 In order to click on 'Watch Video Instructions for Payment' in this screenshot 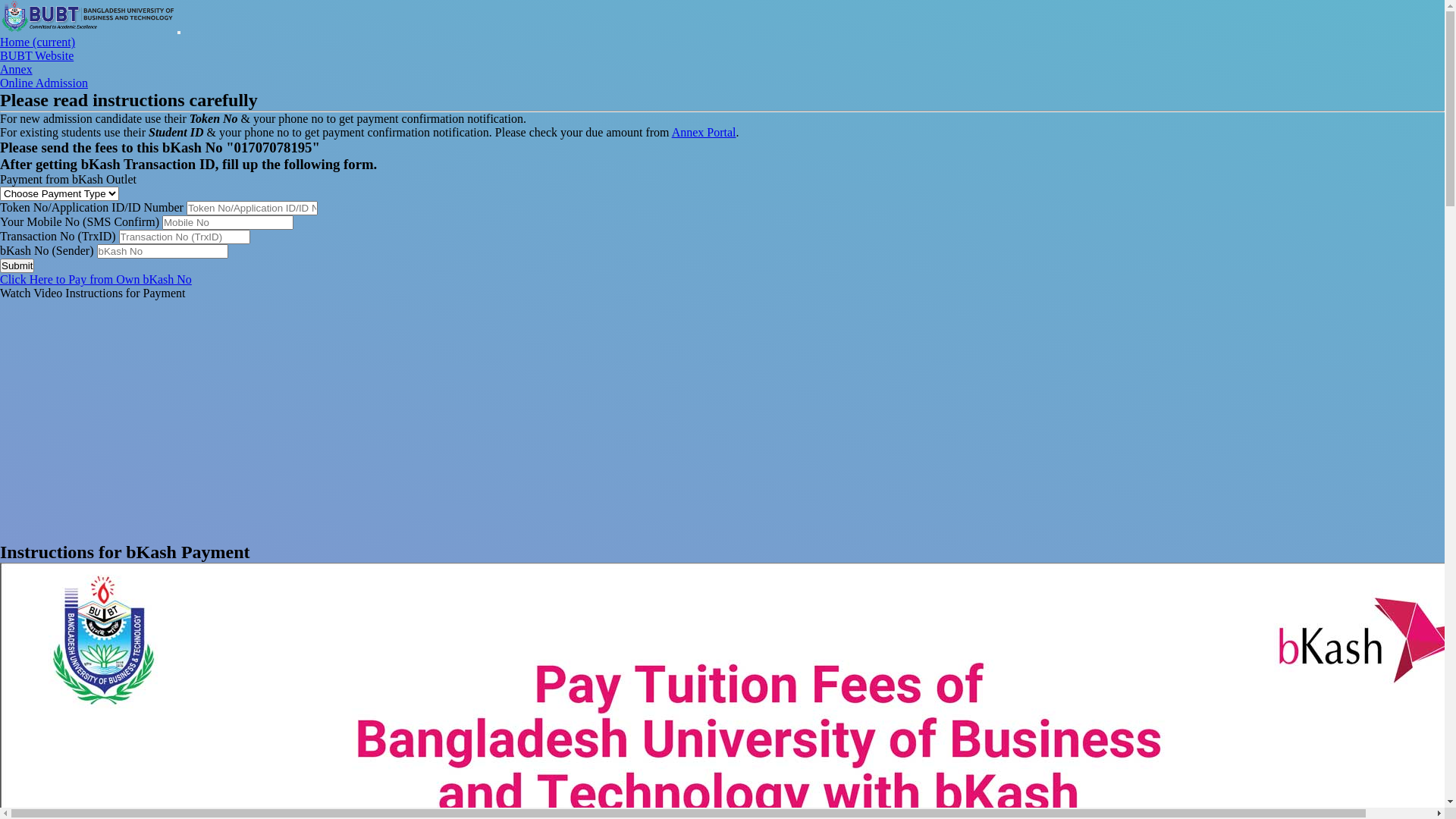, I will do `click(0, 293)`.